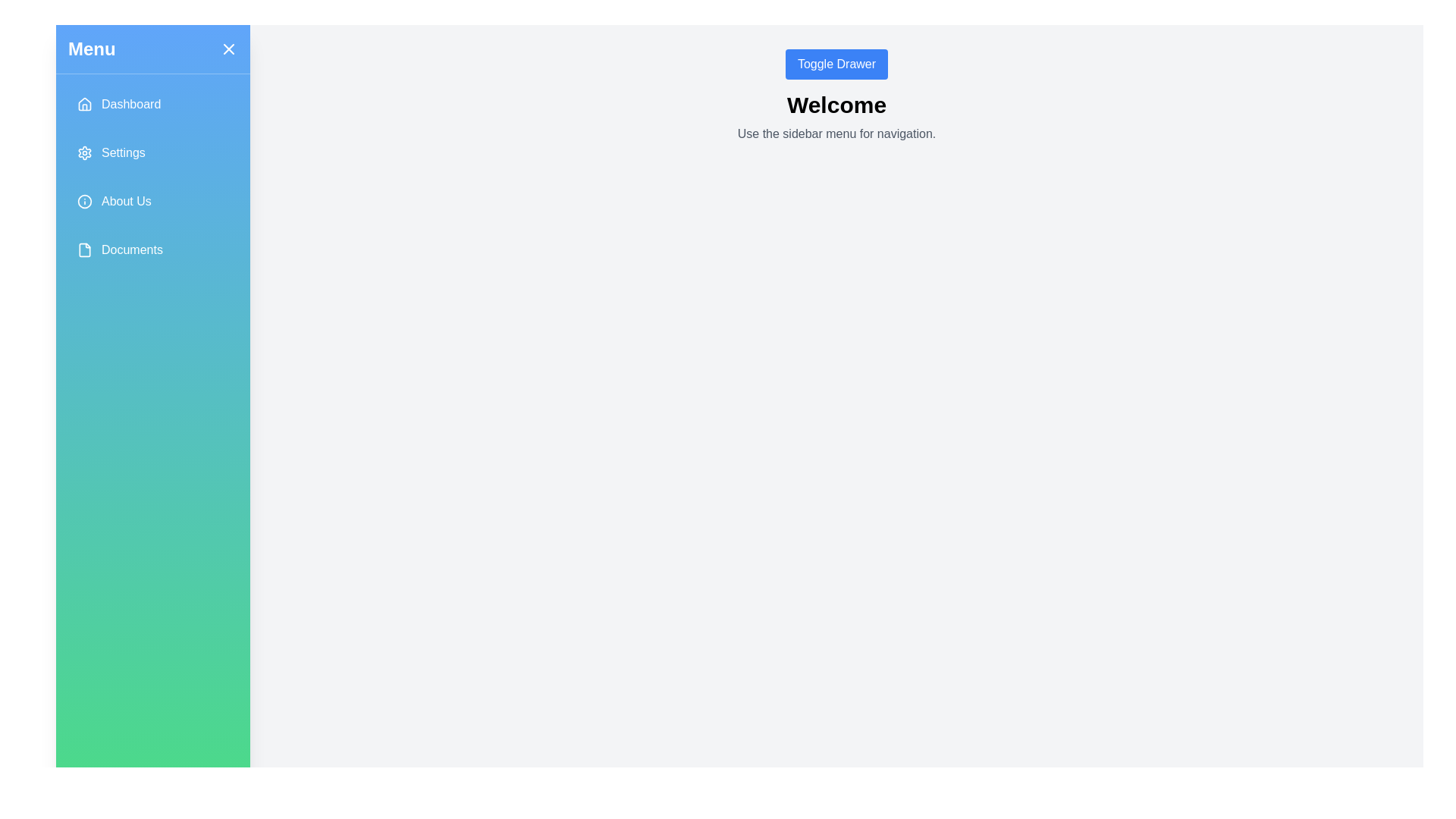  I want to click on the menu item labeled Settings, so click(152, 152).